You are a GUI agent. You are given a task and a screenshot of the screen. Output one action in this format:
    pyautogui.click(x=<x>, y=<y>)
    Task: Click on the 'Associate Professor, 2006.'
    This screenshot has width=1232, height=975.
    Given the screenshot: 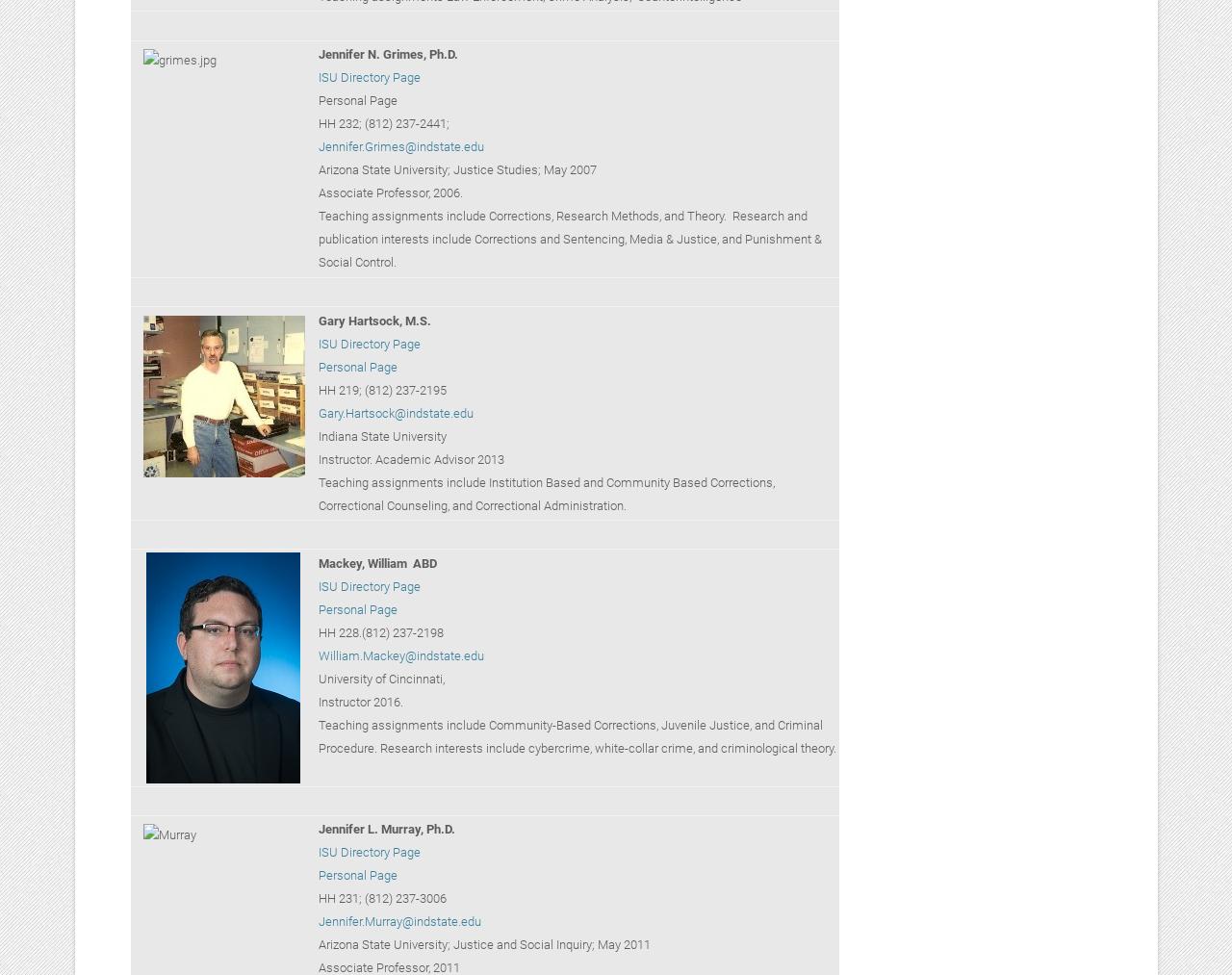 What is the action you would take?
    pyautogui.click(x=317, y=192)
    